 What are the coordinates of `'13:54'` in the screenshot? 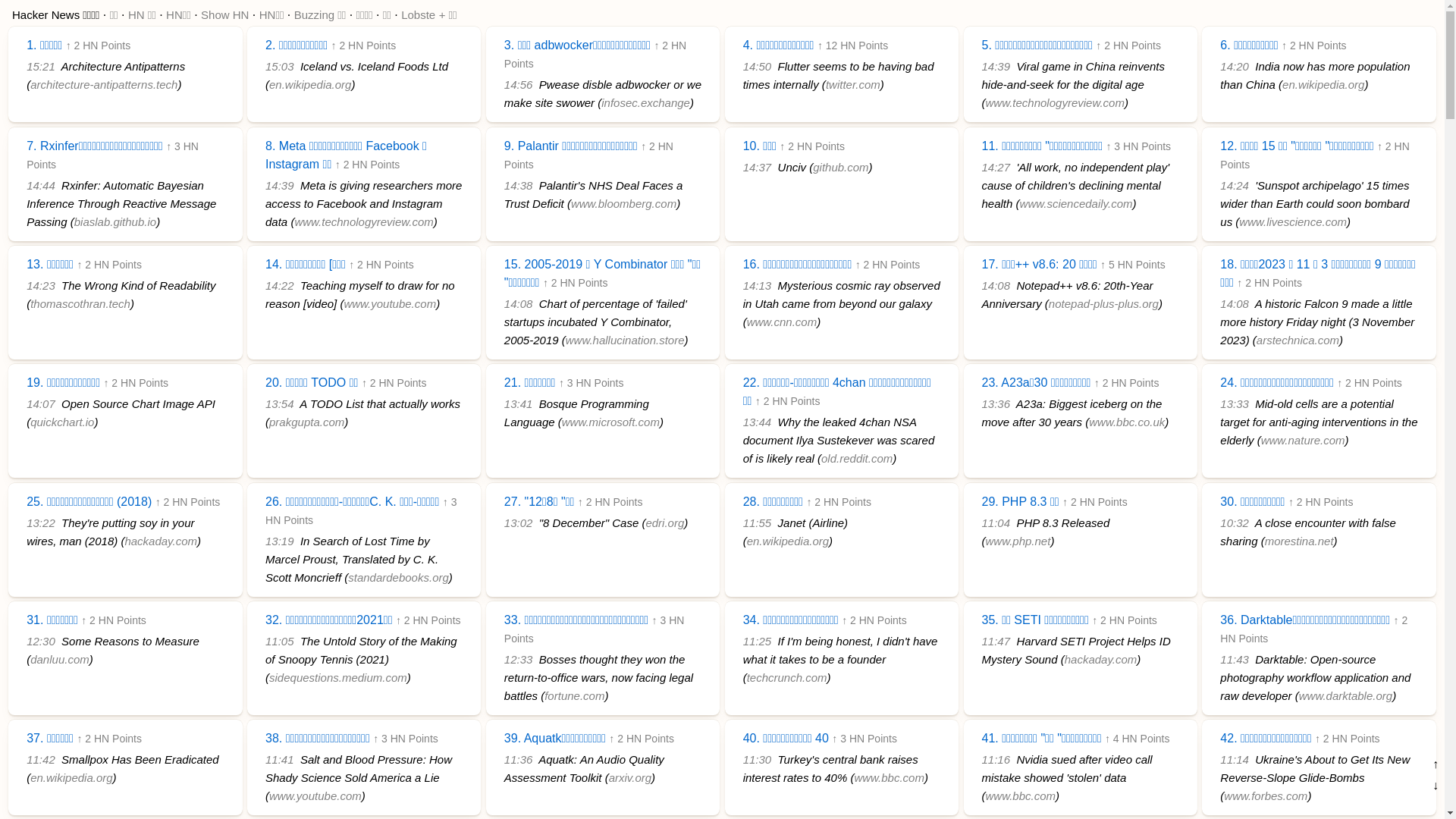 It's located at (280, 403).